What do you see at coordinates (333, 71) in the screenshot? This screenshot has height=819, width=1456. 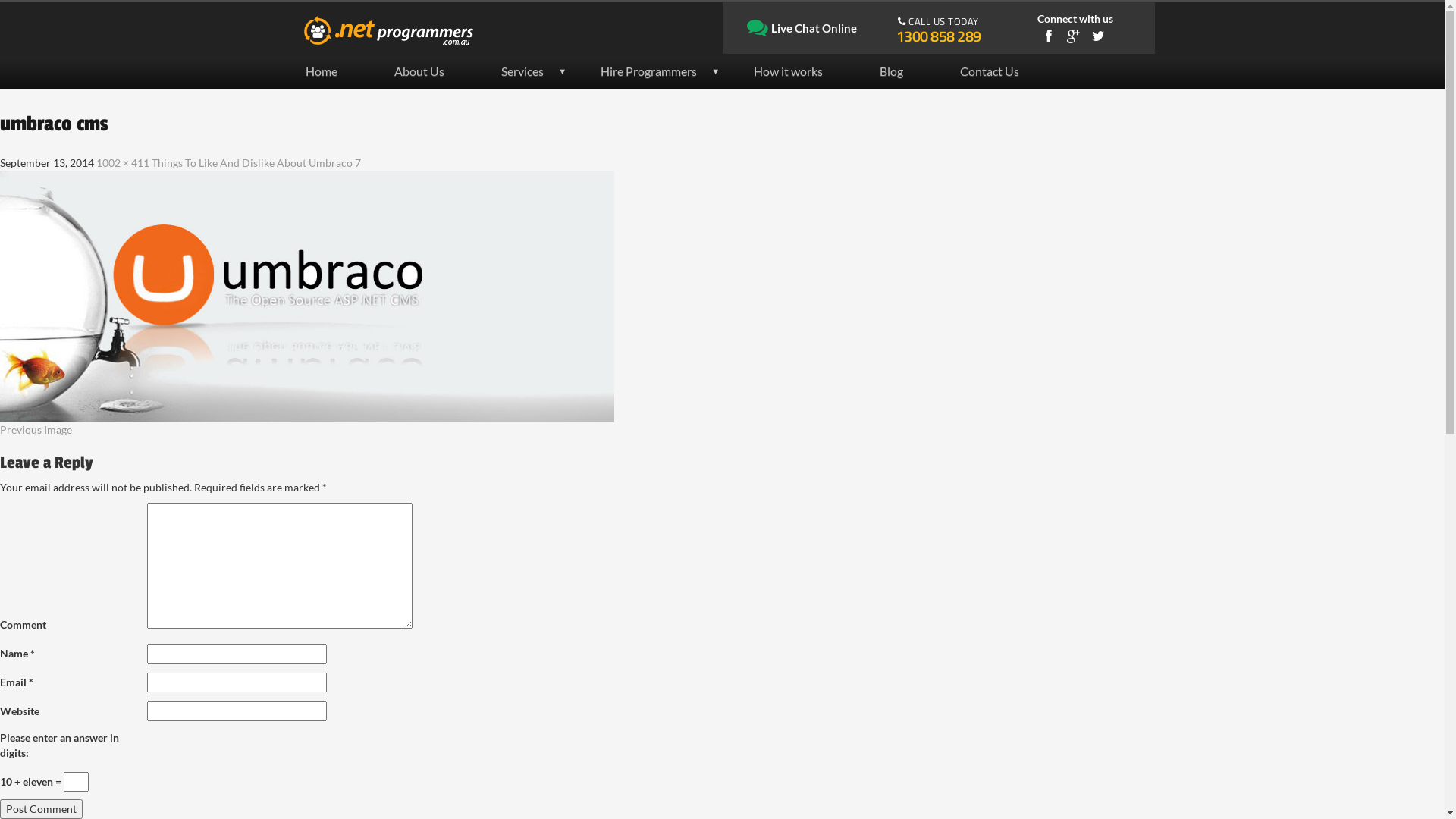 I see `'Home'` at bounding box center [333, 71].